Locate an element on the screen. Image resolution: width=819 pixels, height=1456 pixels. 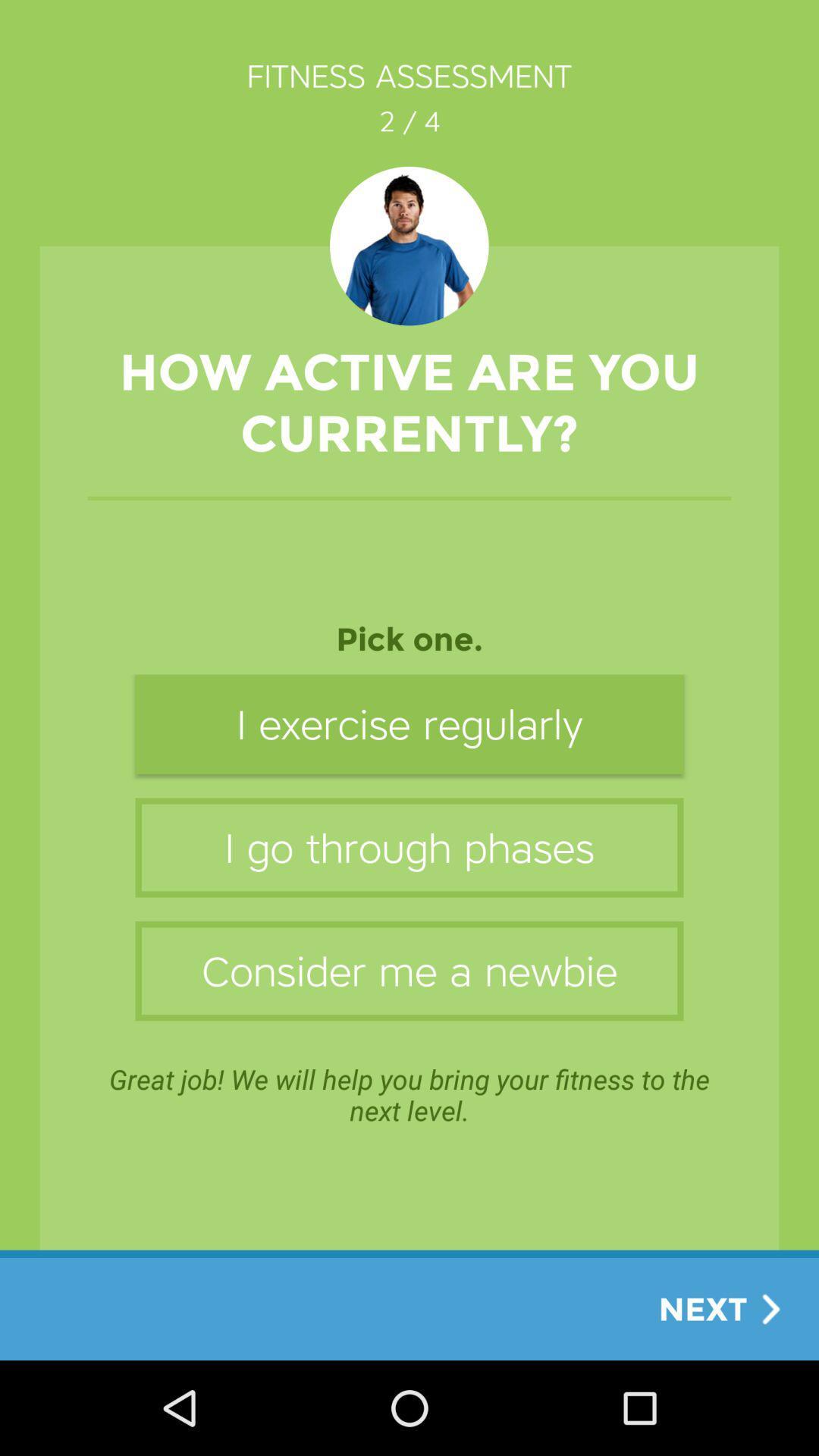
i go through item is located at coordinates (409, 846).